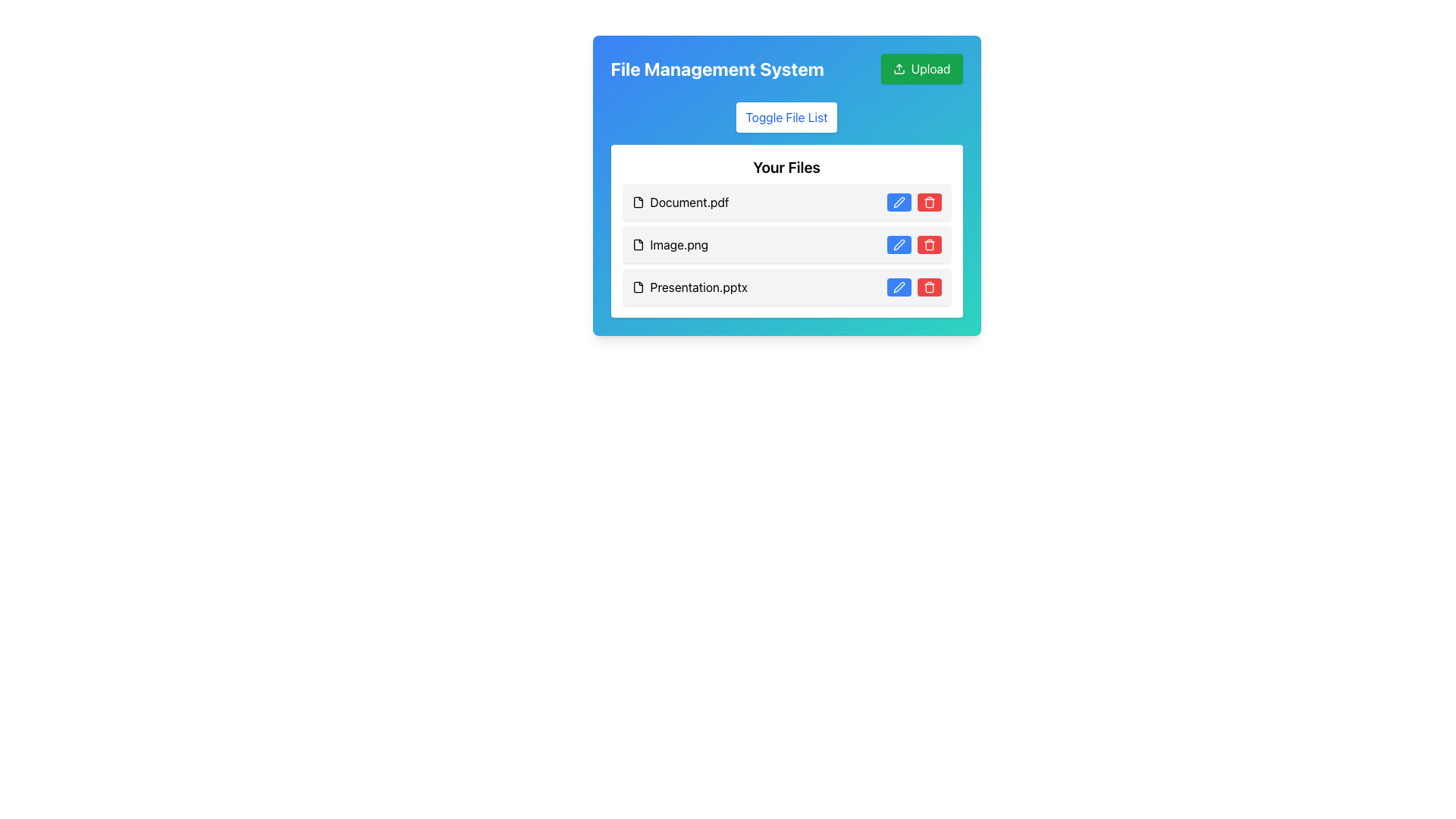  I want to click on the button that toggles the visibility of the file list displayed under 'Your Files', so click(786, 116).